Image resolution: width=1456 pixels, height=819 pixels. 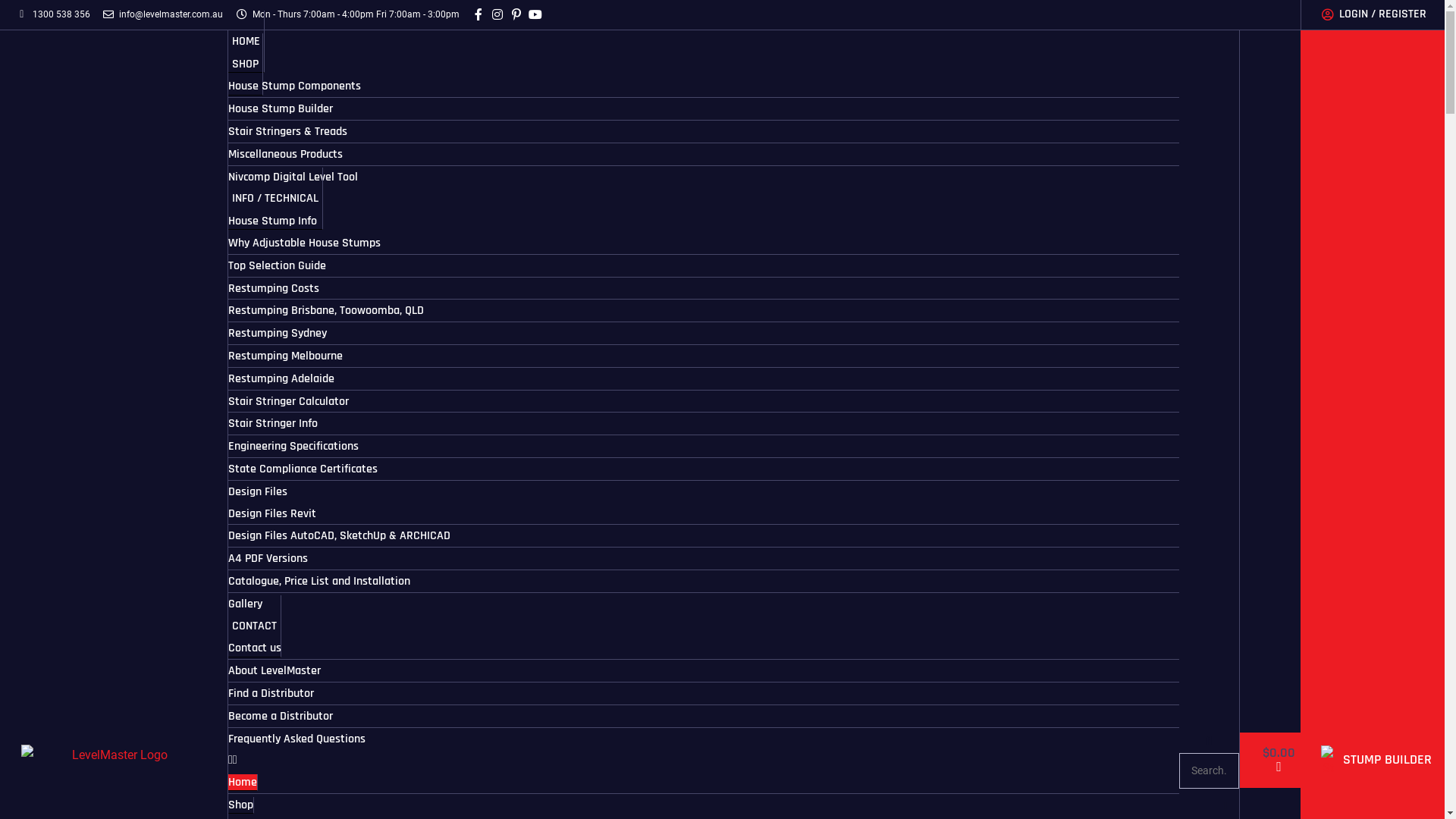 What do you see at coordinates (288, 400) in the screenshot?
I see `'Stair Stringer Calculator'` at bounding box center [288, 400].